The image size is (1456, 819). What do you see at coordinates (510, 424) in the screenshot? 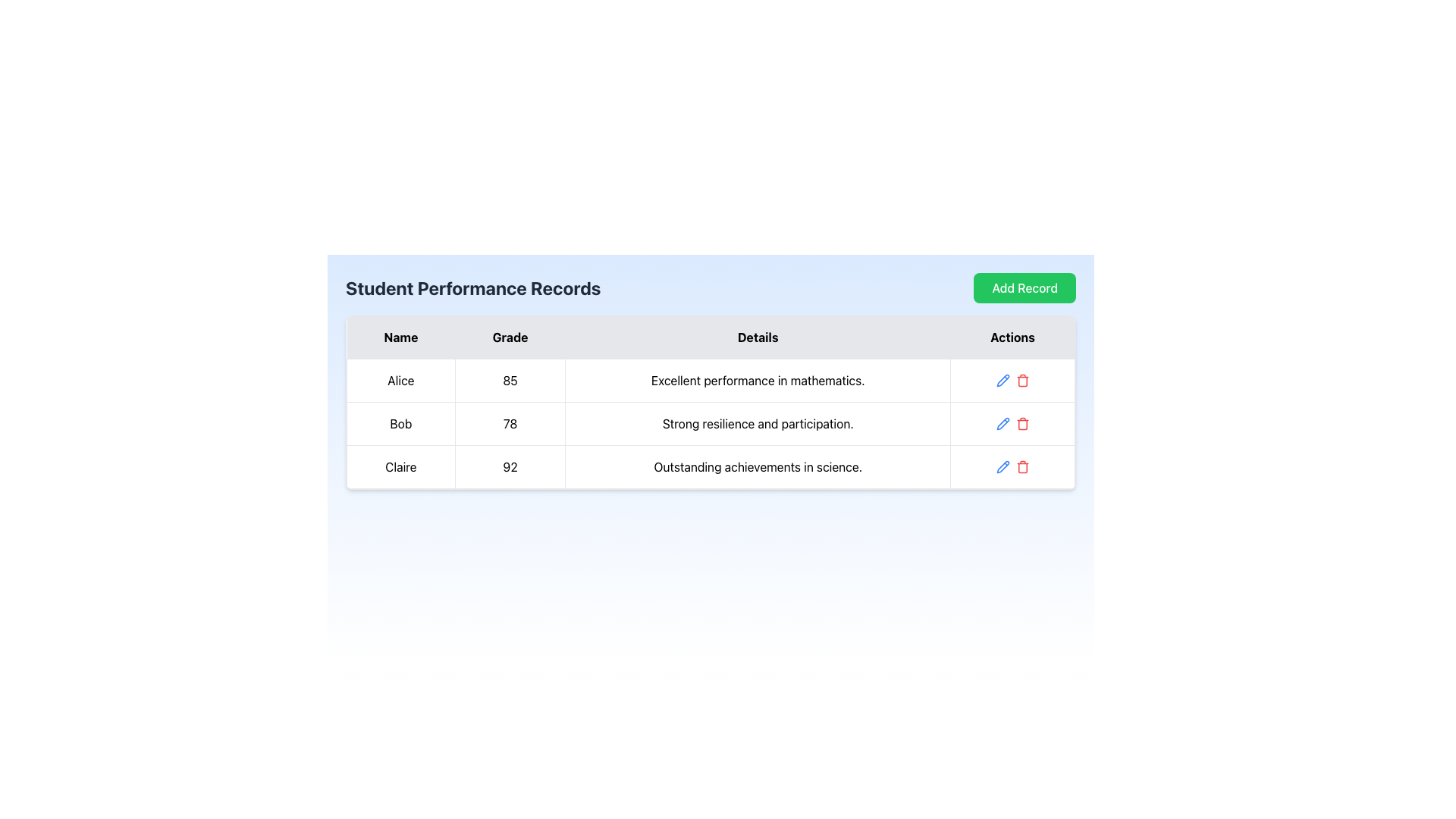
I see `the static text label displaying the number '78' located in the second row under the 'Grade' column of the 'Student Performance Records' table, following the row labeled 'Bob'` at bounding box center [510, 424].